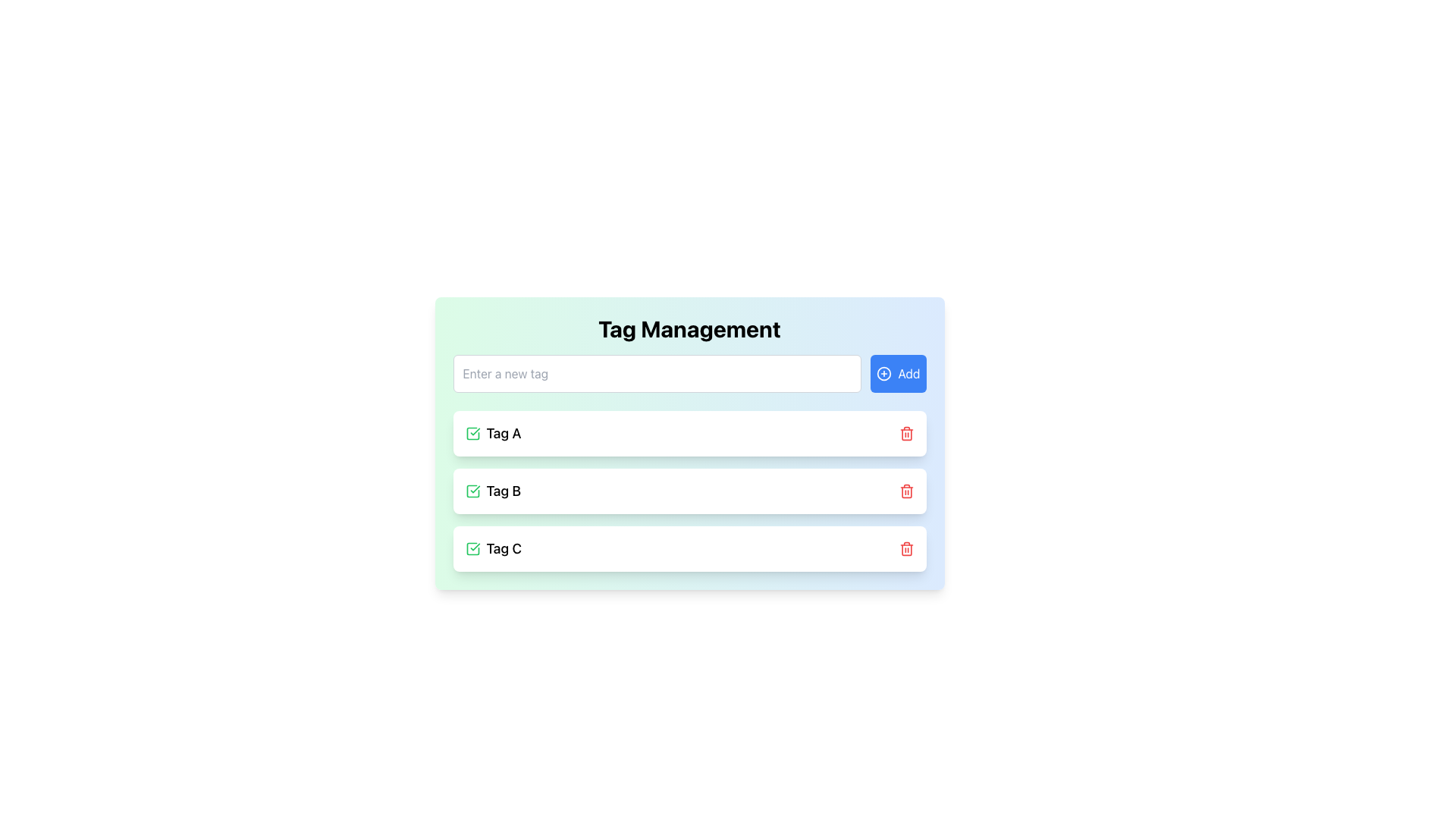  What do you see at coordinates (899, 374) in the screenshot?
I see `the 'Add Tag' button located to the right of the 'Enter a new tag' input field under the 'Tag Management' heading` at bounding box center [899, 374].